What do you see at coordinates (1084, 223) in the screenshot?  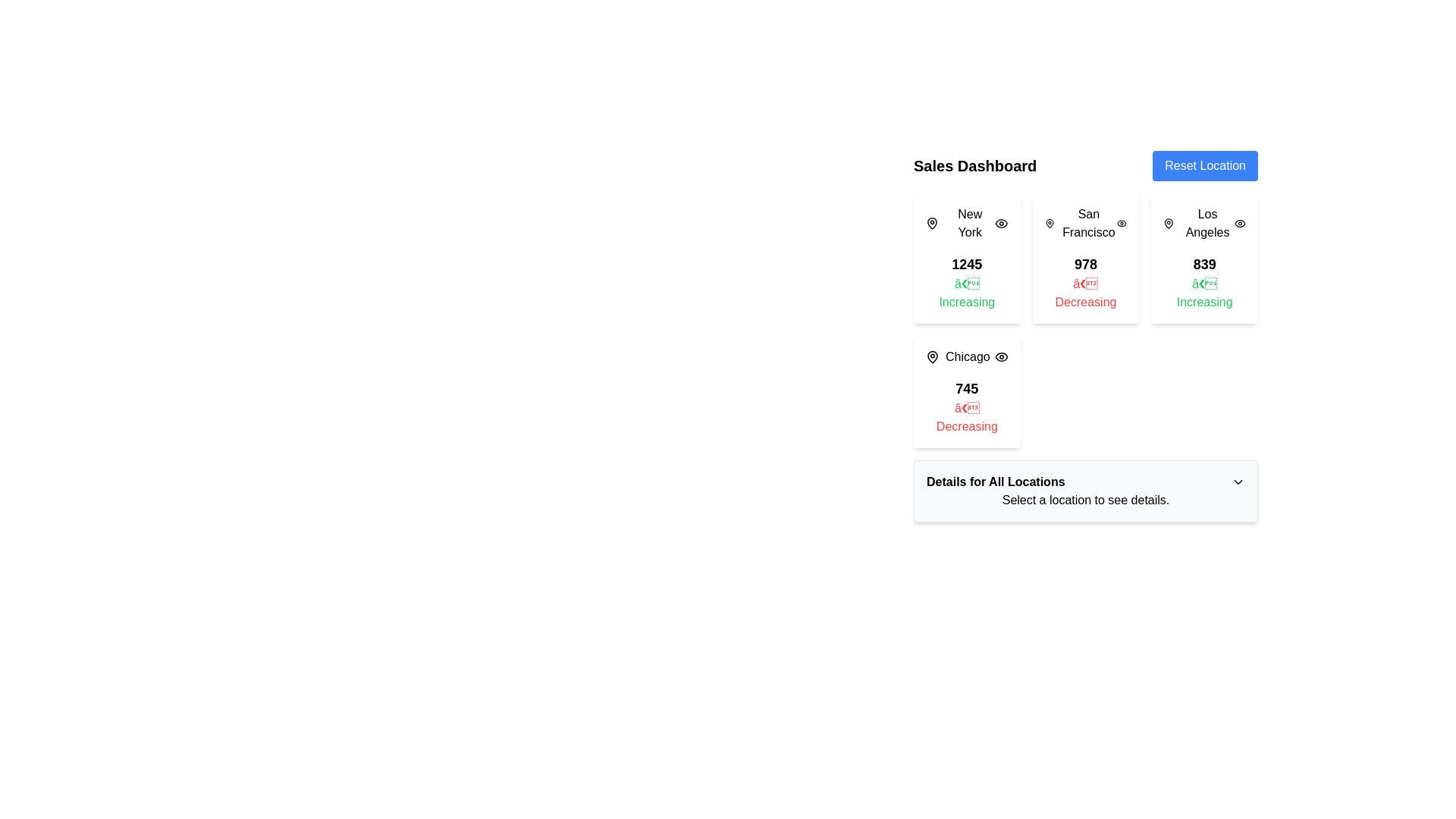 I see `the static text label or header indicating data or metrics related to the city of San Francisco, positioned at the top of its card in the second column of the grid layout` at bounding box center [1084, 223].